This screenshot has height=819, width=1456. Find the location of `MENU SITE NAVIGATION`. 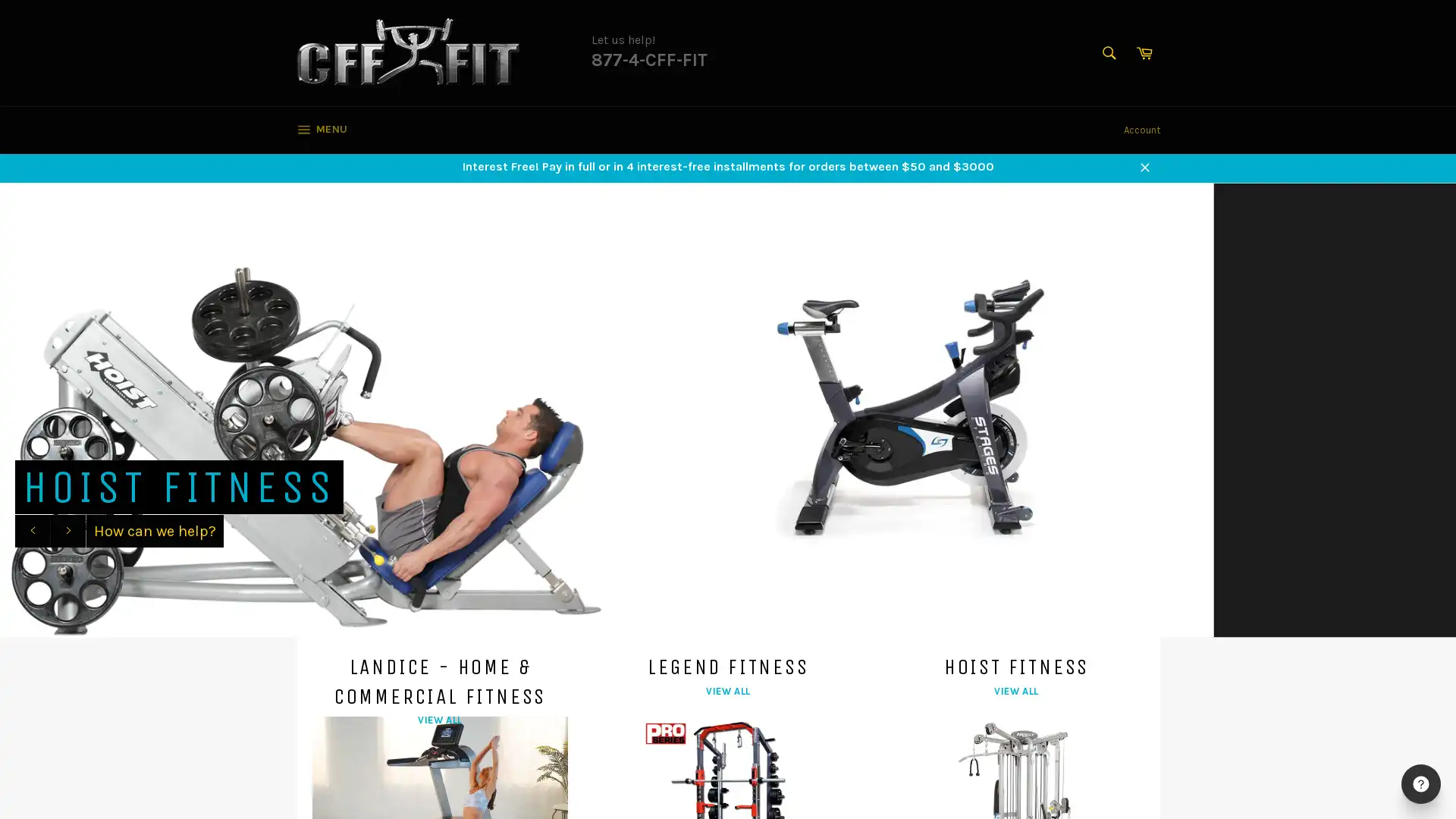

MENU SITE NAVIGATION is located at coordinates (321, 130).